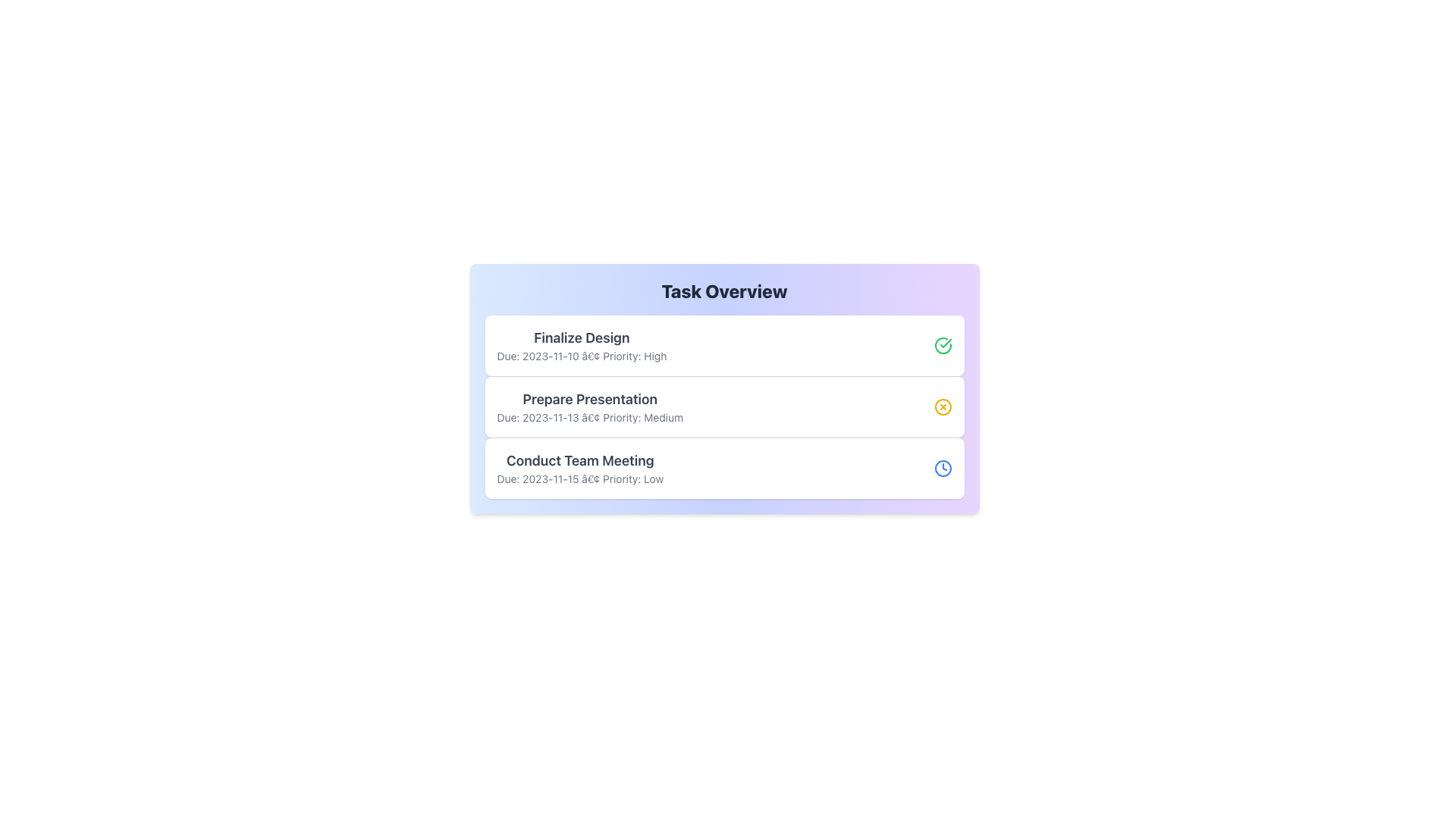 This screenshot has height=819, width=1456. I want to click on the task list item located in the second row under 'Task Overview', positioned between 'Finalize Design' and 'Conduct Team Meeting', so click(723, 406).